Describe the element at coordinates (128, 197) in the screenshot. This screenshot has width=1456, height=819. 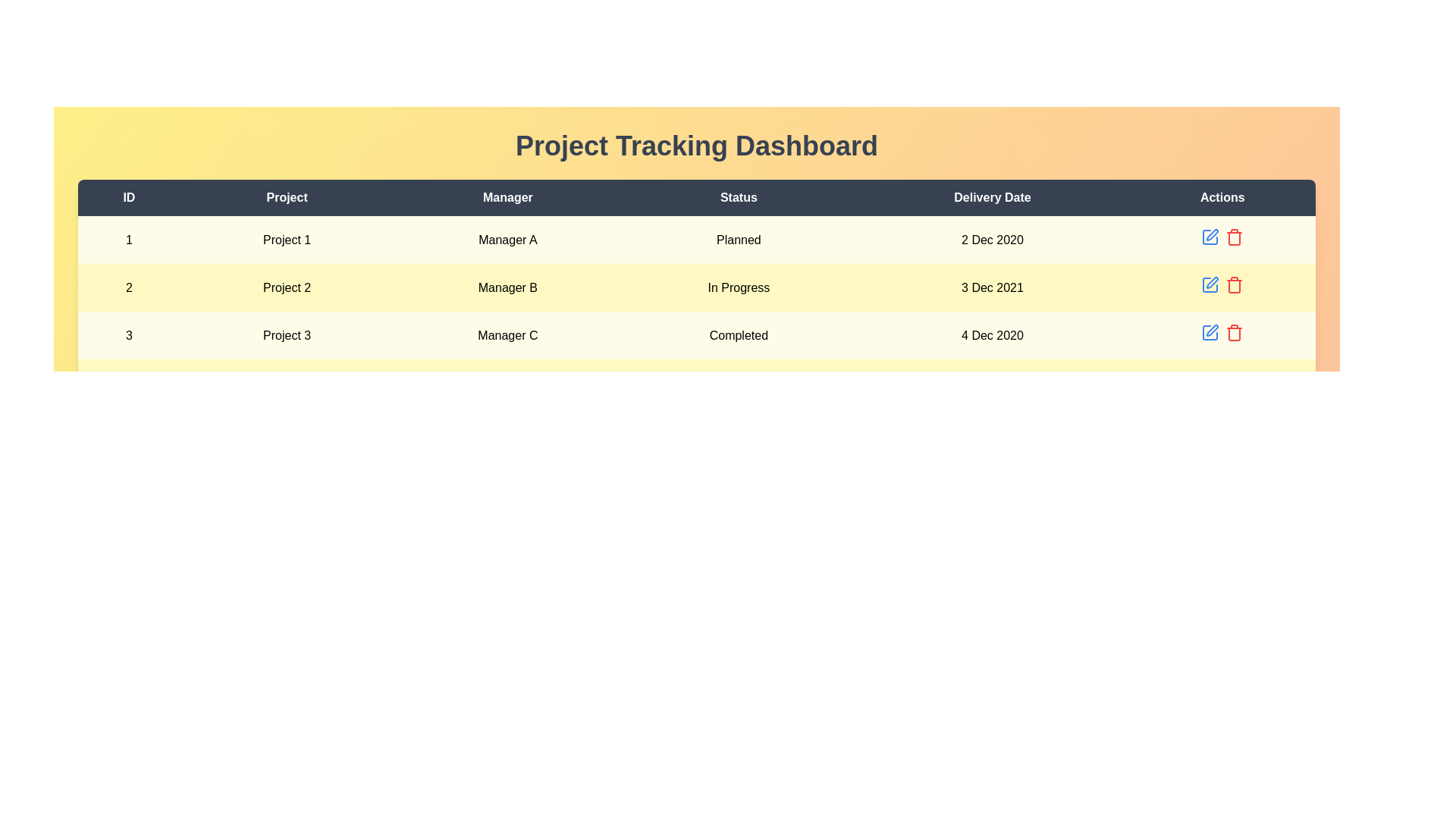
I see `the column header ID to sort the projects` at that location.